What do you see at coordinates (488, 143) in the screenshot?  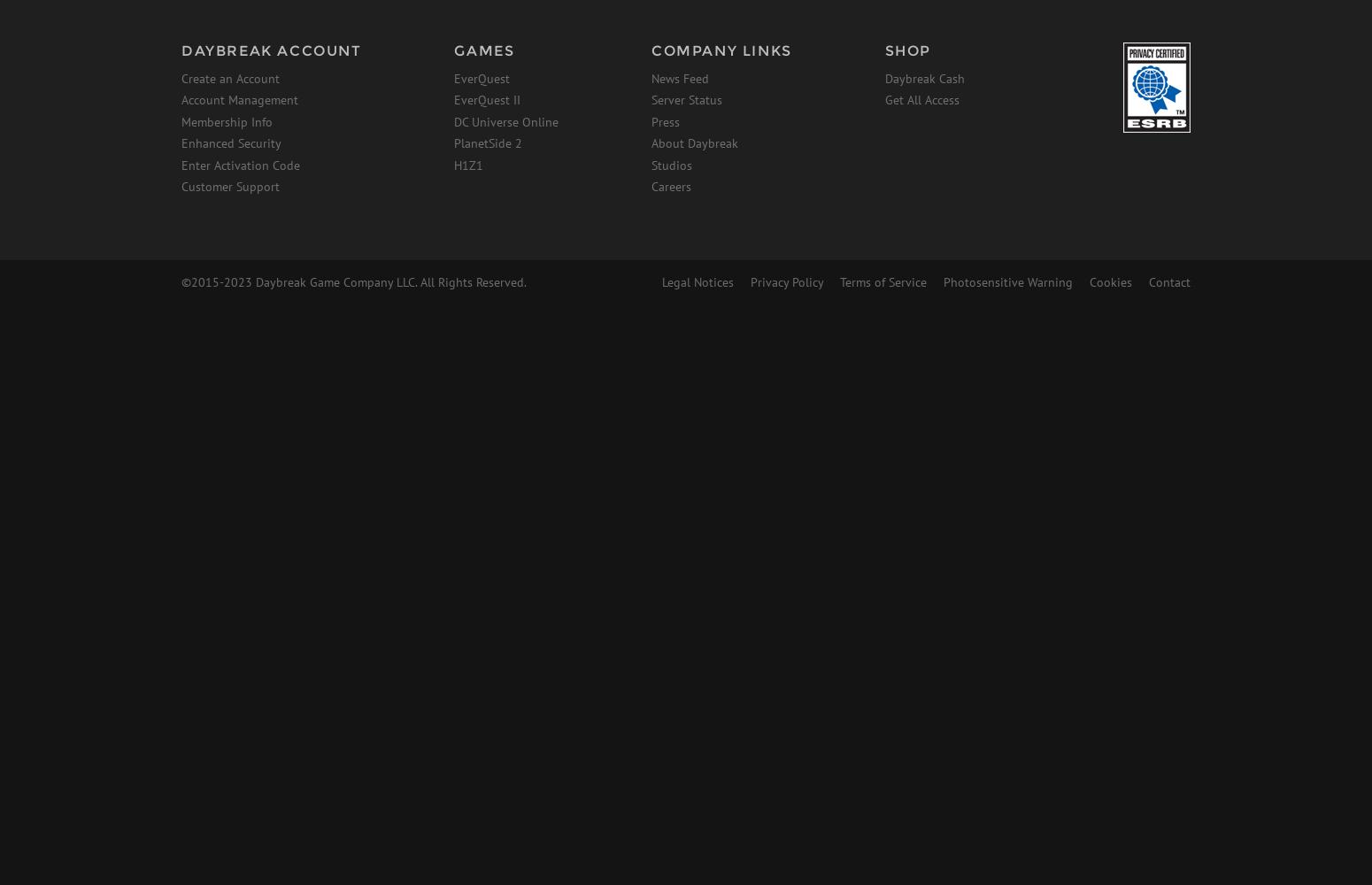 I see `'PlanetSide 2'` at bounding box center [488, 143].